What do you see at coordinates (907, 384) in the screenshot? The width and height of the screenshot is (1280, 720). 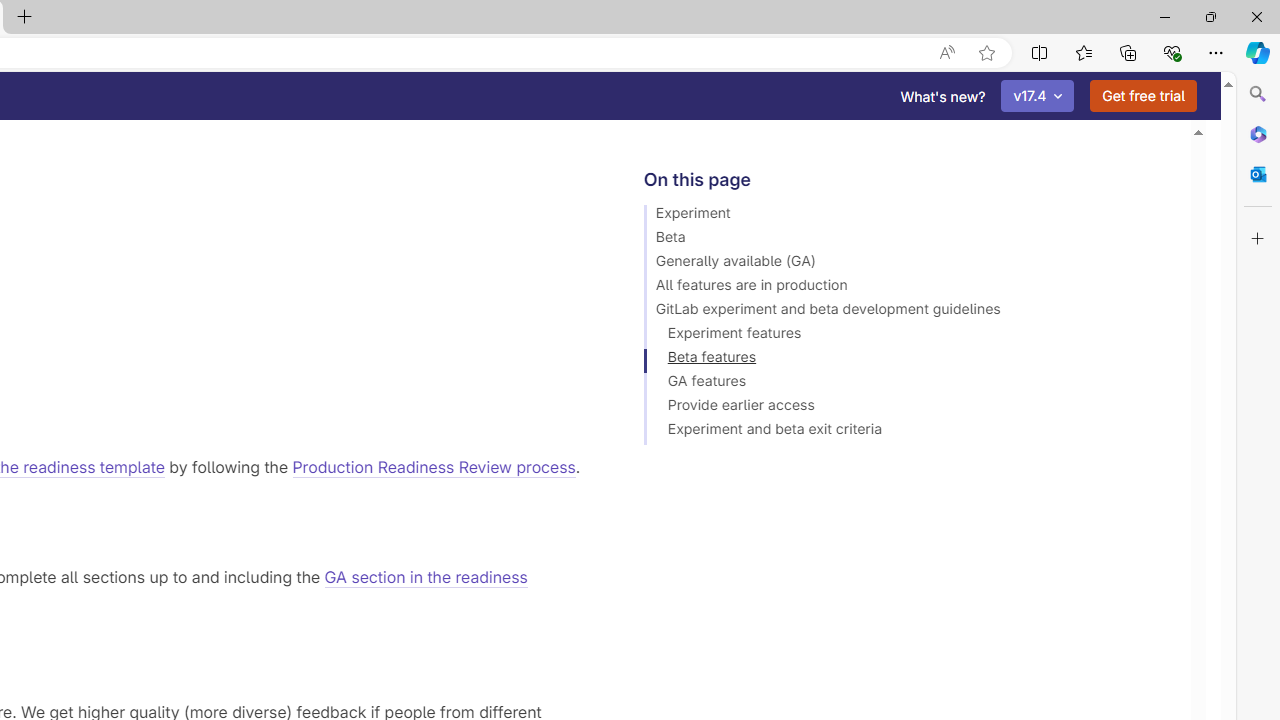 I see `'GA features'` at bounding box center [907, 384].